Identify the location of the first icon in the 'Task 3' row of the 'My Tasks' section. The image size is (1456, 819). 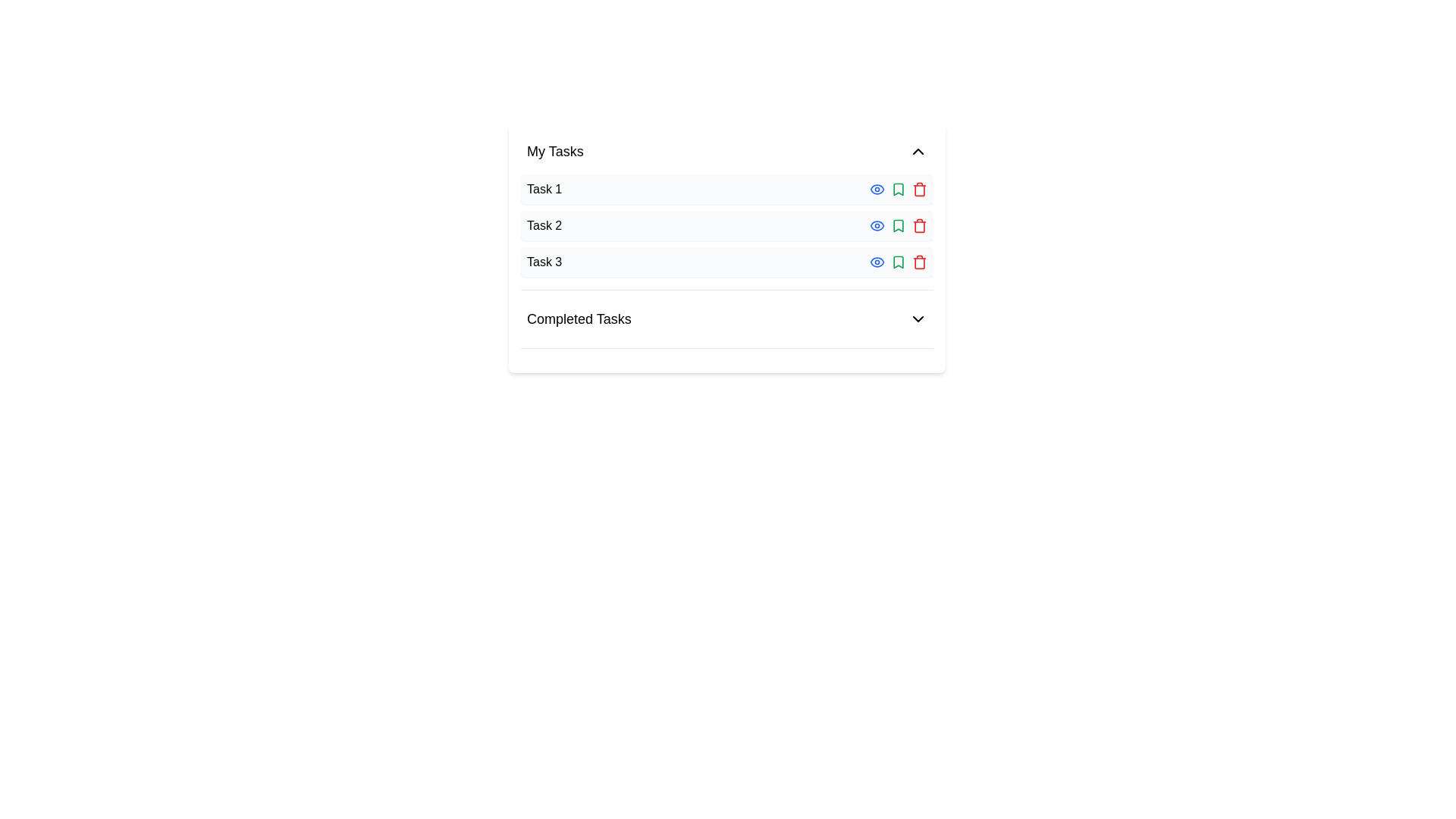
(877, 262).